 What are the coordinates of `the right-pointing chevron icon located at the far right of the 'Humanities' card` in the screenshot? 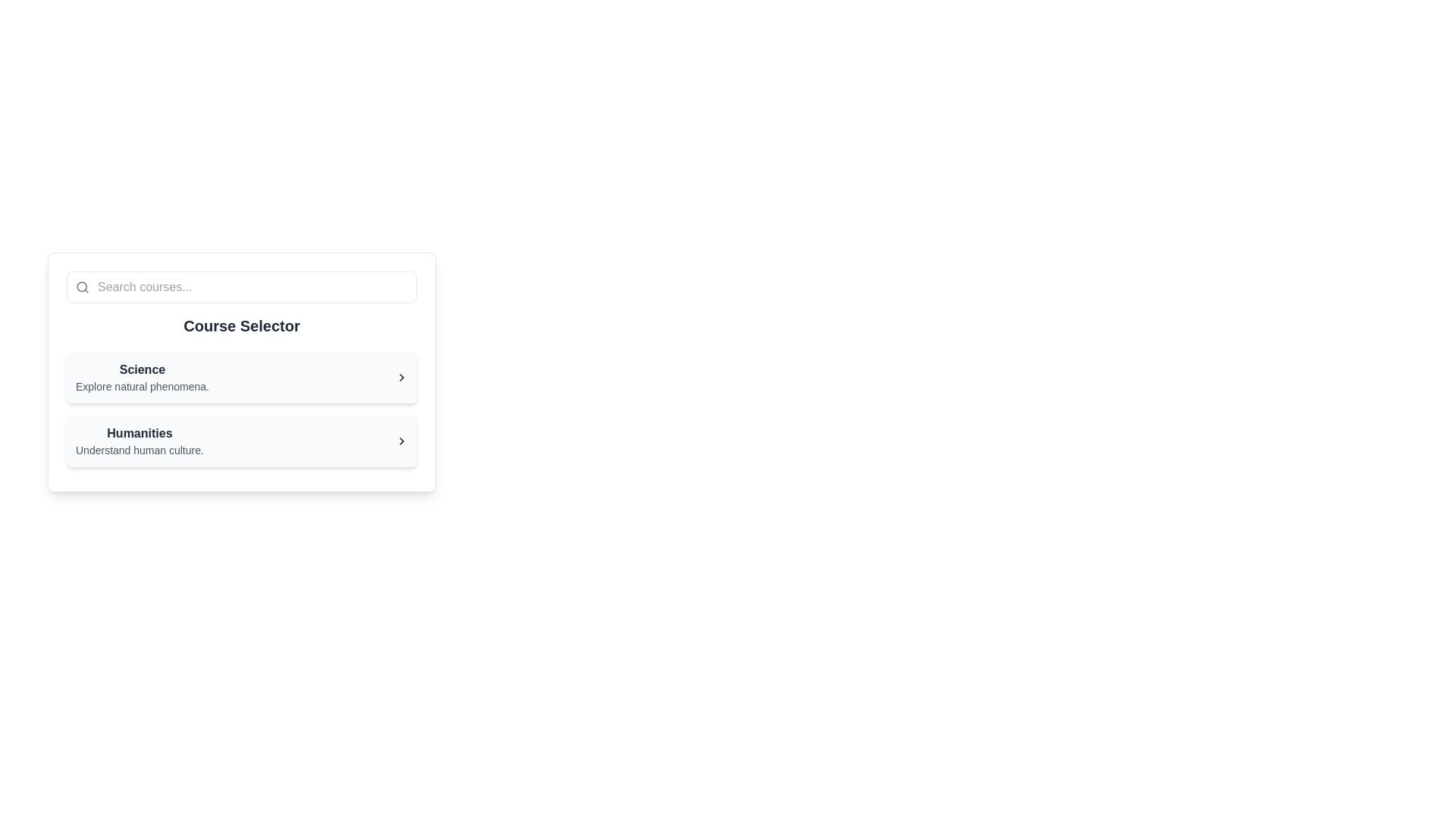 It's located at (401, 441).